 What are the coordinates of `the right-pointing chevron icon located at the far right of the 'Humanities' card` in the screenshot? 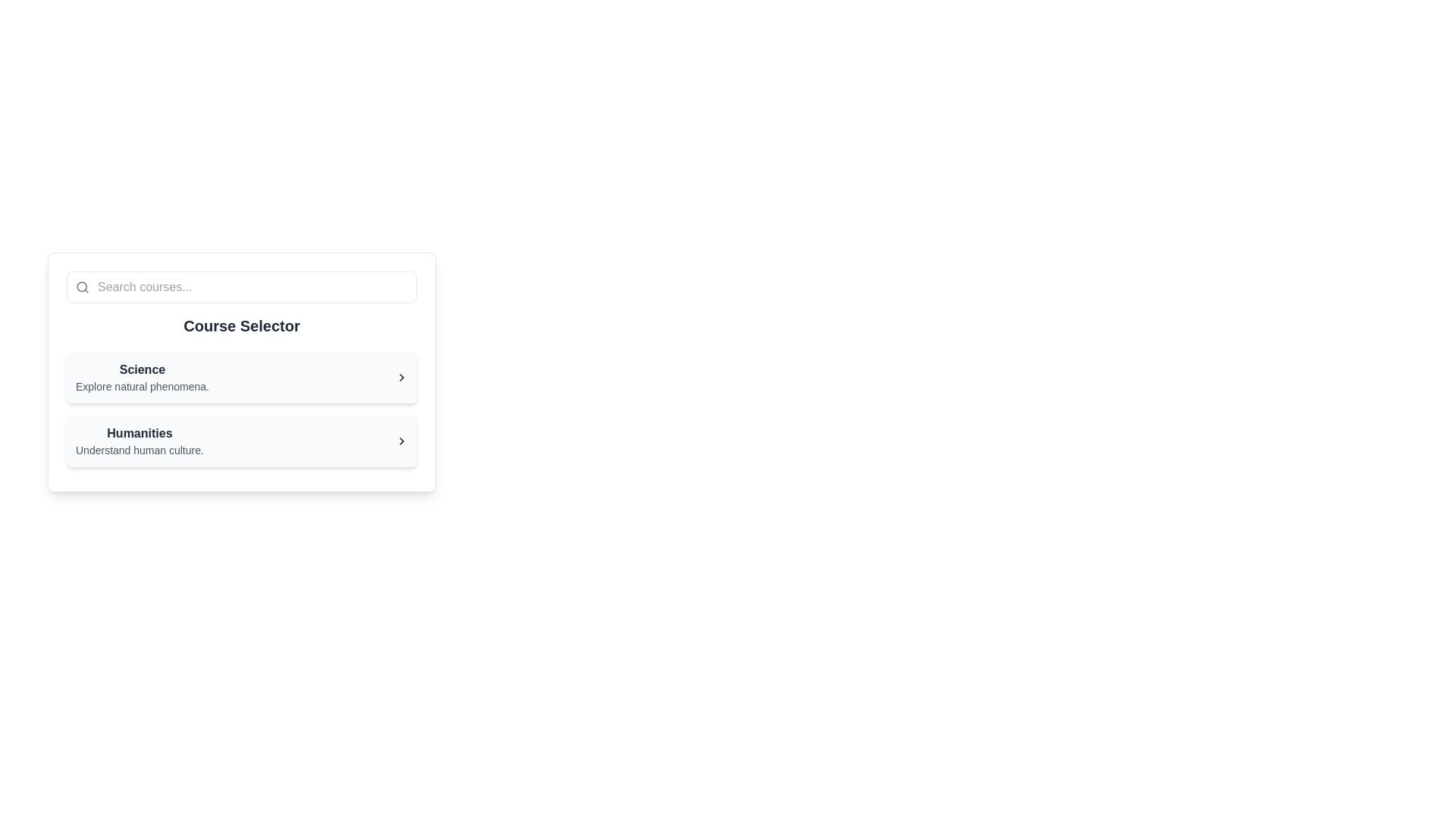 It's located at (401, 441).